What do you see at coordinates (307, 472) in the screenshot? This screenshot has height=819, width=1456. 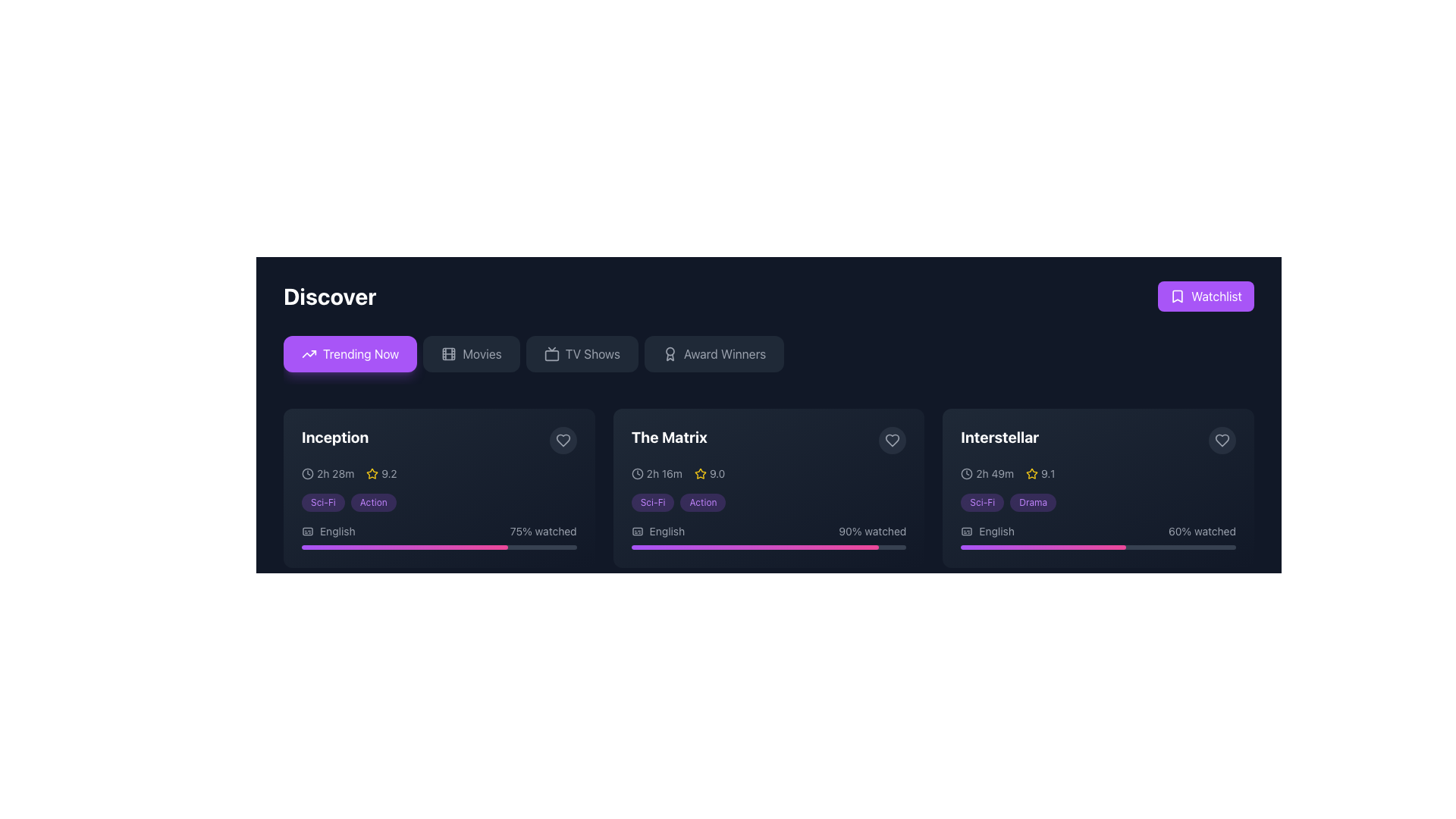 I see `the outer circle in the clock-like SVG icon on the left side of the rating information within the 'Inception' movie card` at bounding box center [307, 472].